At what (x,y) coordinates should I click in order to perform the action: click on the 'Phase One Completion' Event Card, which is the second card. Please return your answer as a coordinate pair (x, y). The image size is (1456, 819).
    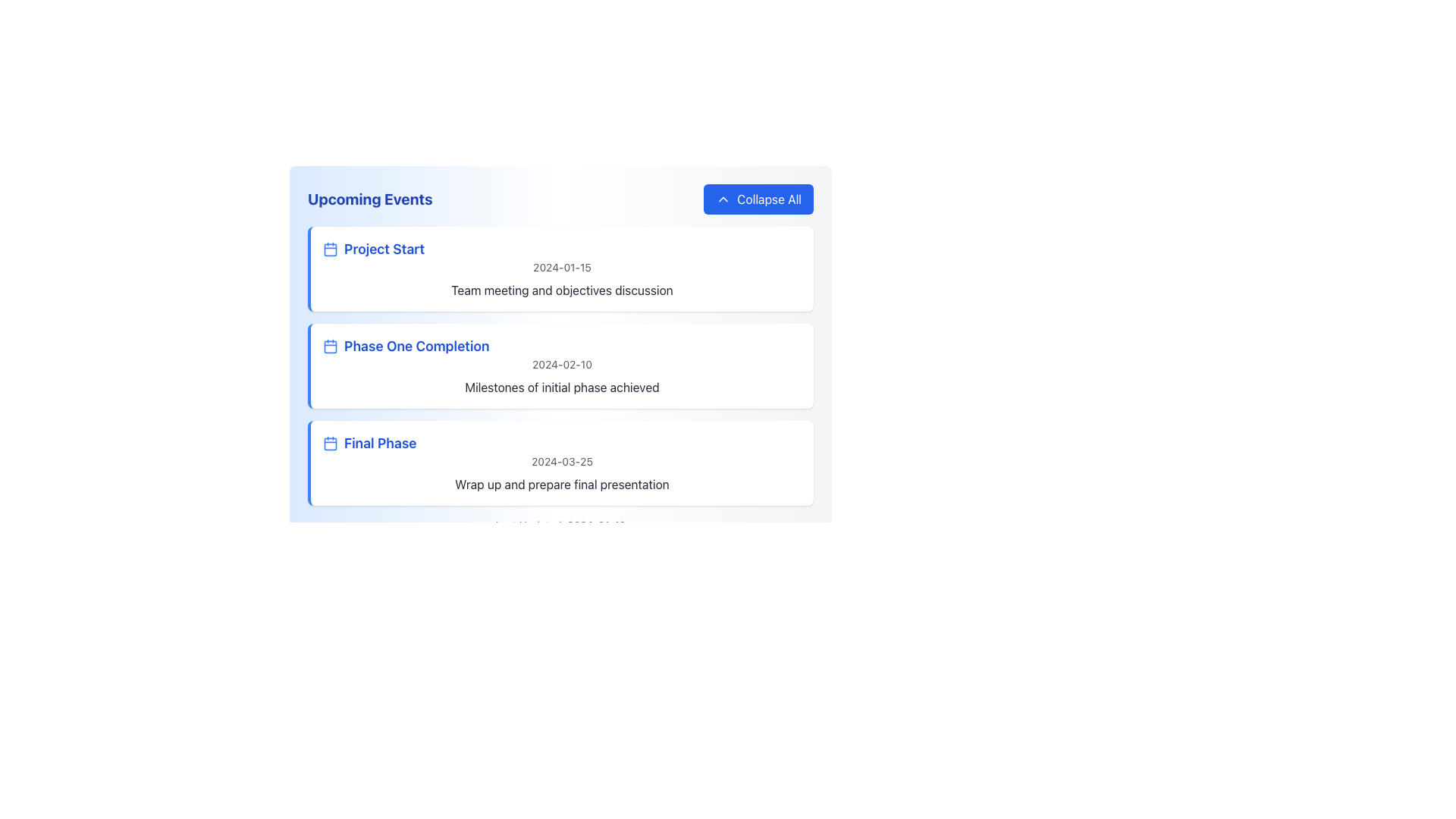
    Looking at the image, I should click on (560, 359).